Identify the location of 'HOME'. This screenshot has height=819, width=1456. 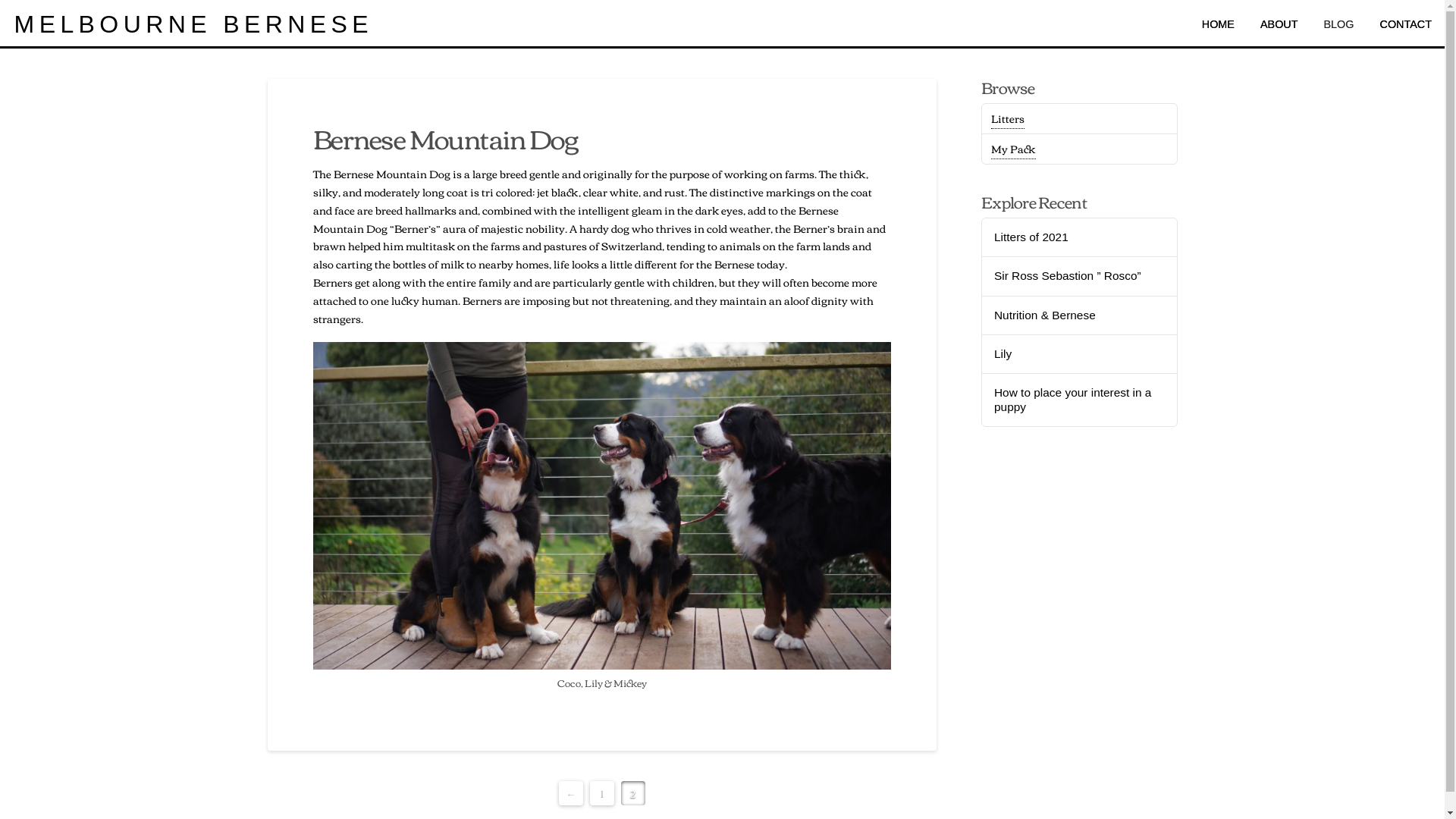
(1218, 24).